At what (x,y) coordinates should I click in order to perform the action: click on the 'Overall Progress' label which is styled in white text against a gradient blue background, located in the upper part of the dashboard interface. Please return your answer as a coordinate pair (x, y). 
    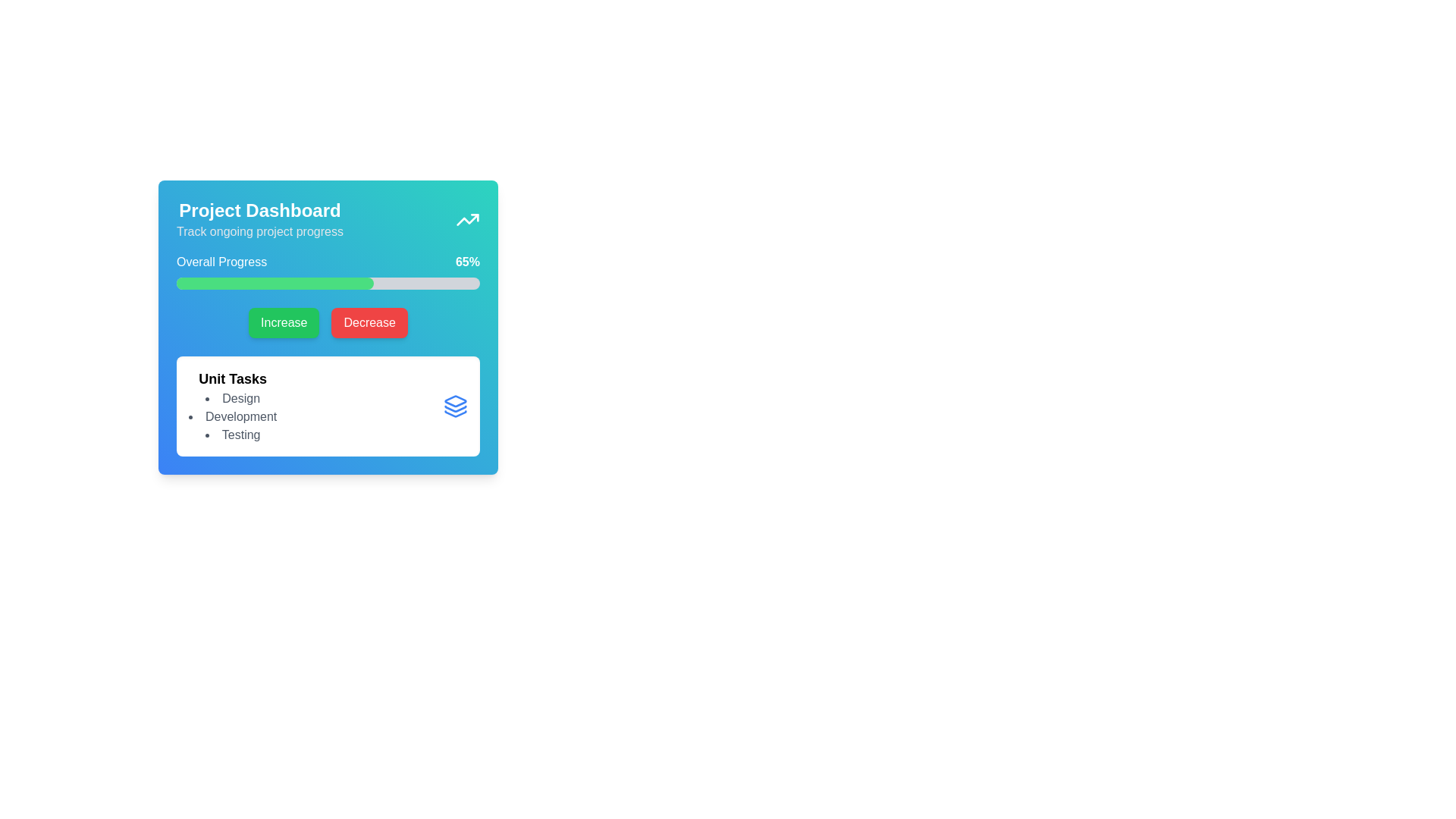
    Looking at the image, I should click on (221, 262).